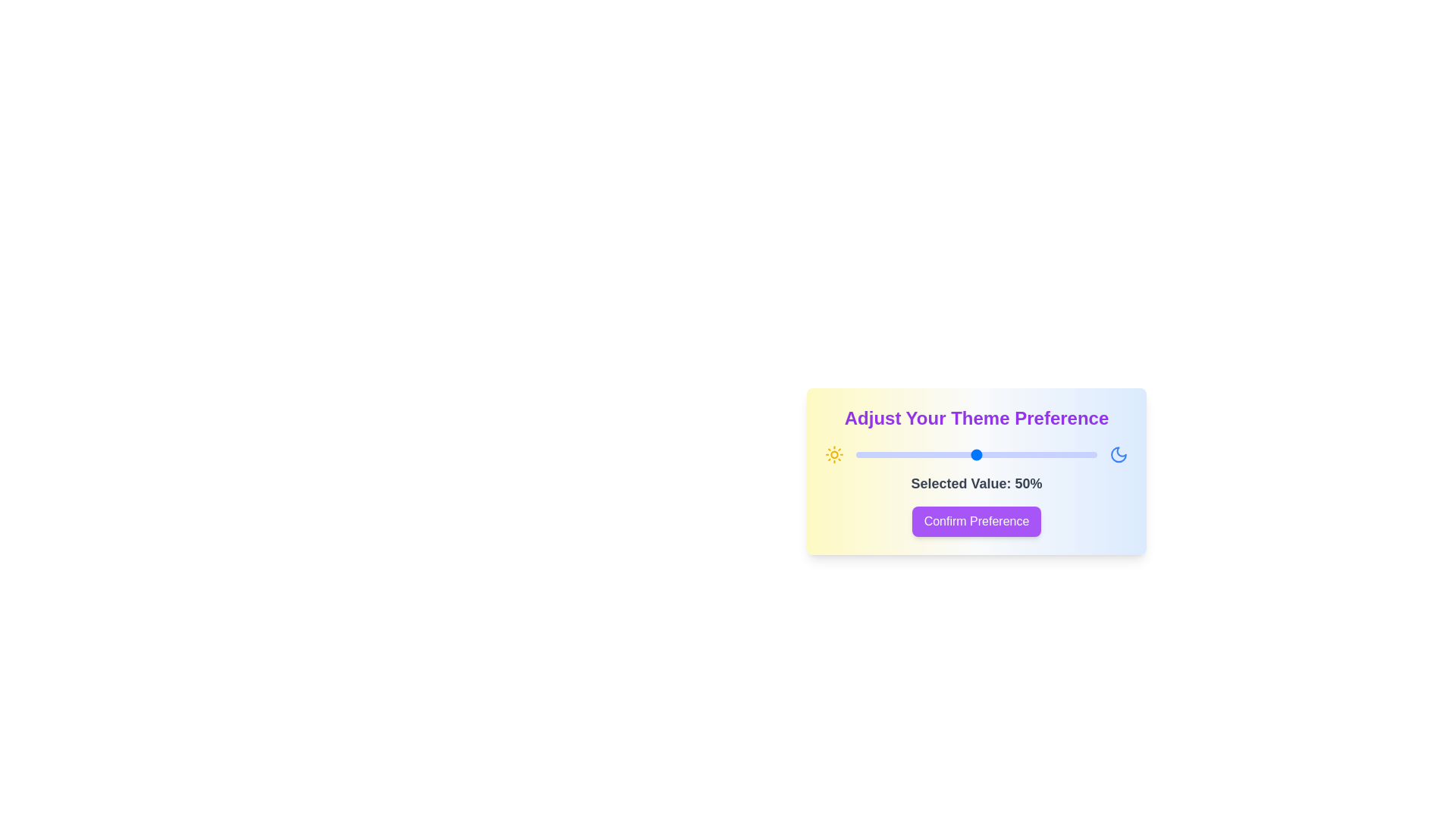  I want to click on the circular decorative component of the sun icon located on the left side of the preference panel, near the text 'Adjust Your Theme Preference', so click(833, 454).